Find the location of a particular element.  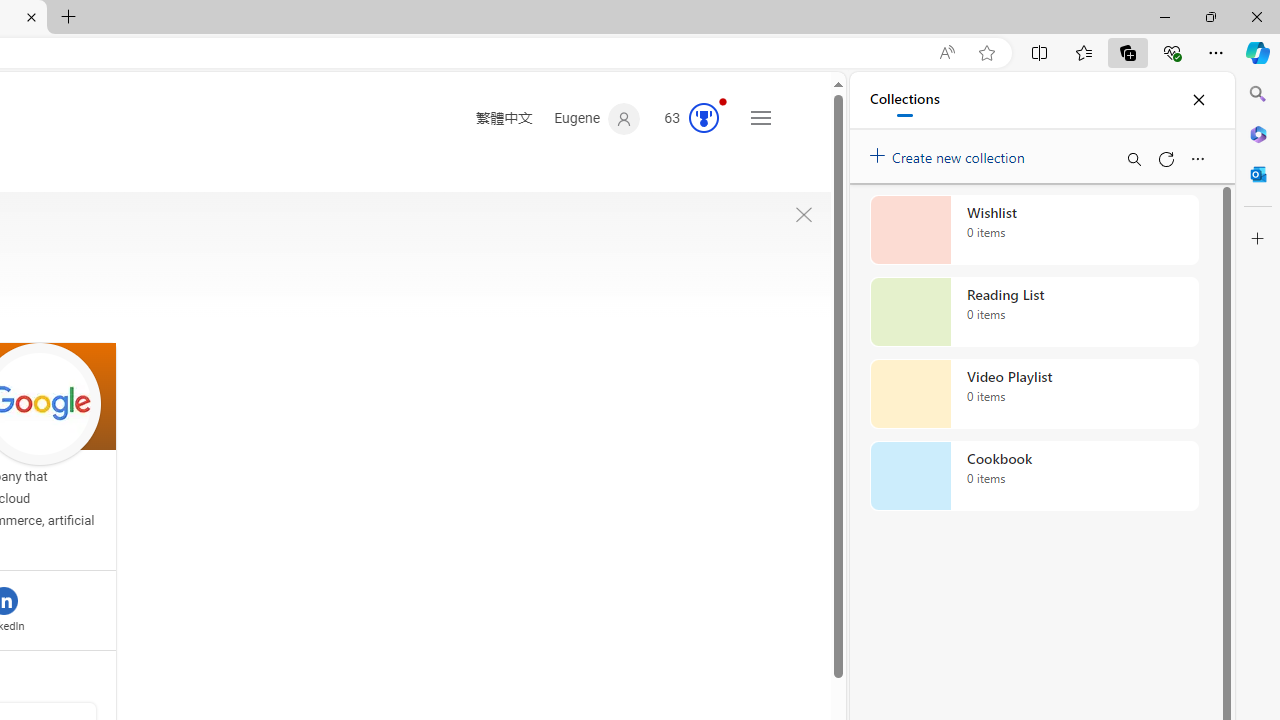

'Wishlist collection, 0 items' is located at coordinates (1034, 229).